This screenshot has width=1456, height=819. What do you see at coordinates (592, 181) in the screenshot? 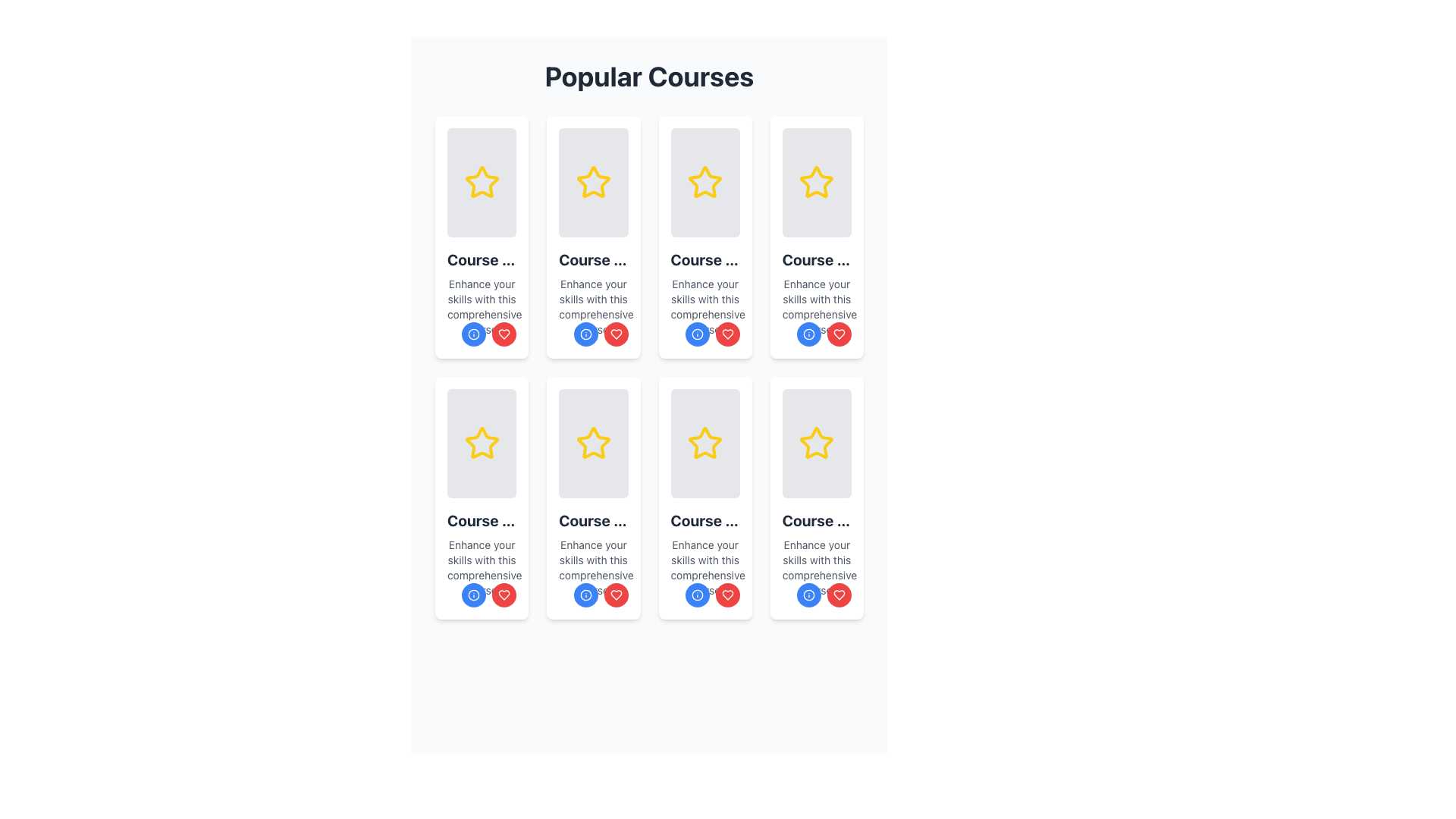
I see `the yellow star icon with a hollow interior, which is located in the second card of the first row under the 'Popular Courses' header` at bounding box center [592, 181].